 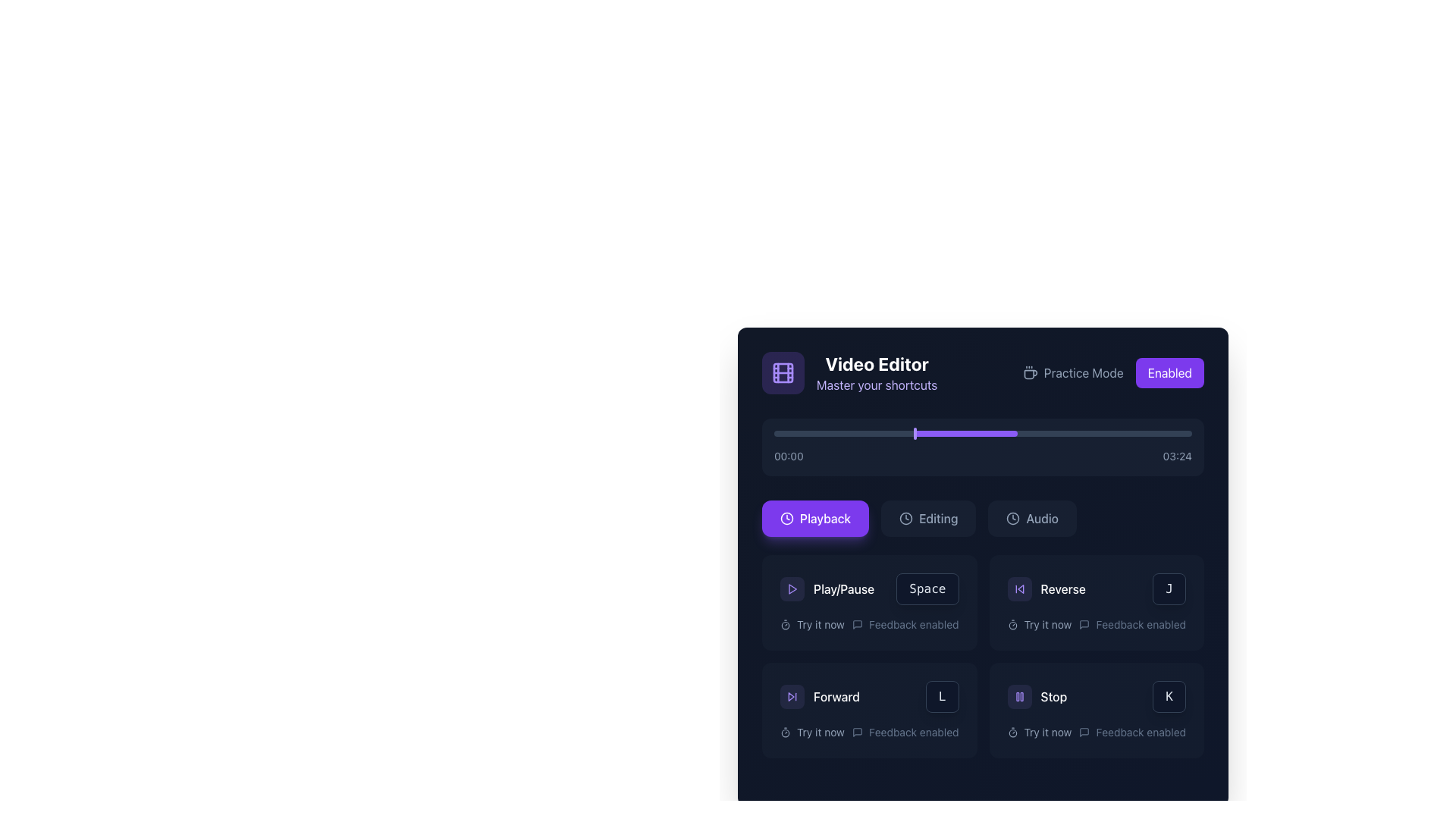 What do you see at coordinates (1031, 375) in the screenshot?
I see `the coffee cup icon, which is a graphical depiction resembling a rounded cup with a handle on the right side, located towards the top left corner of the interface` at bounding box center [1031, 375].